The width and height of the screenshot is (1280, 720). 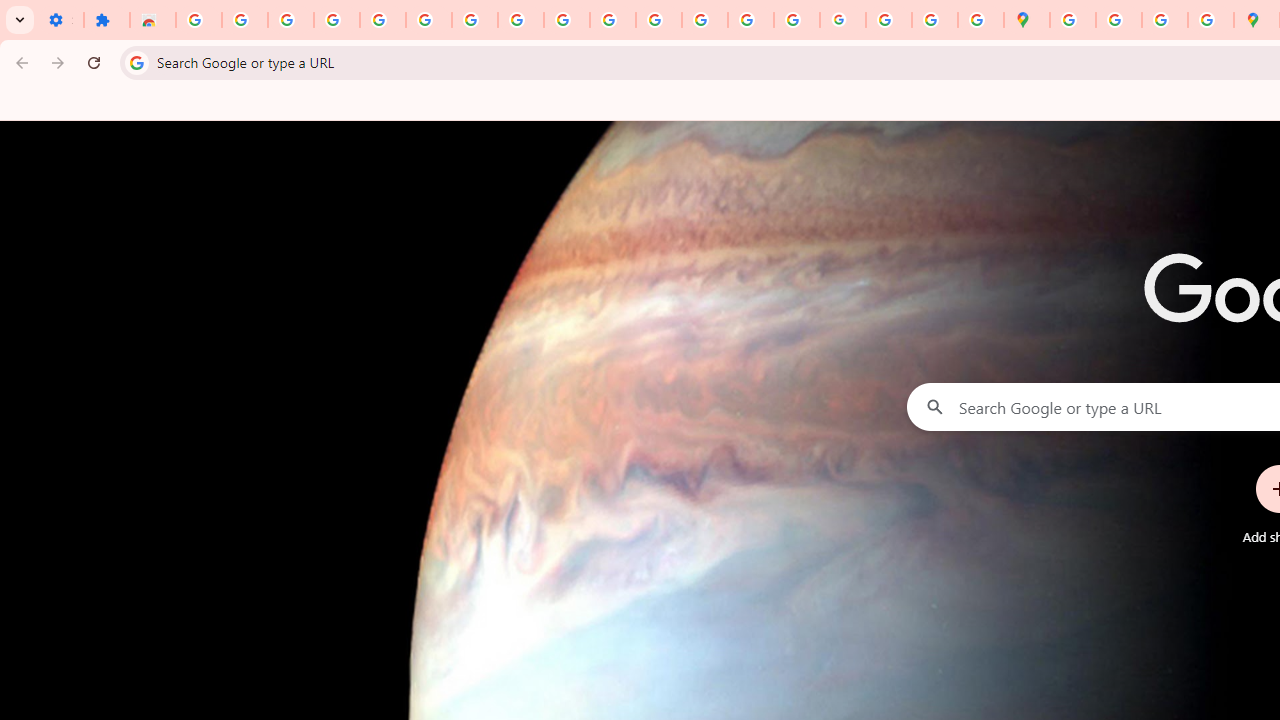 What do you see at coordinates (1026, 20) in the screenshot?
I see `'Google Maps'` at bounding box center [1026, 20].